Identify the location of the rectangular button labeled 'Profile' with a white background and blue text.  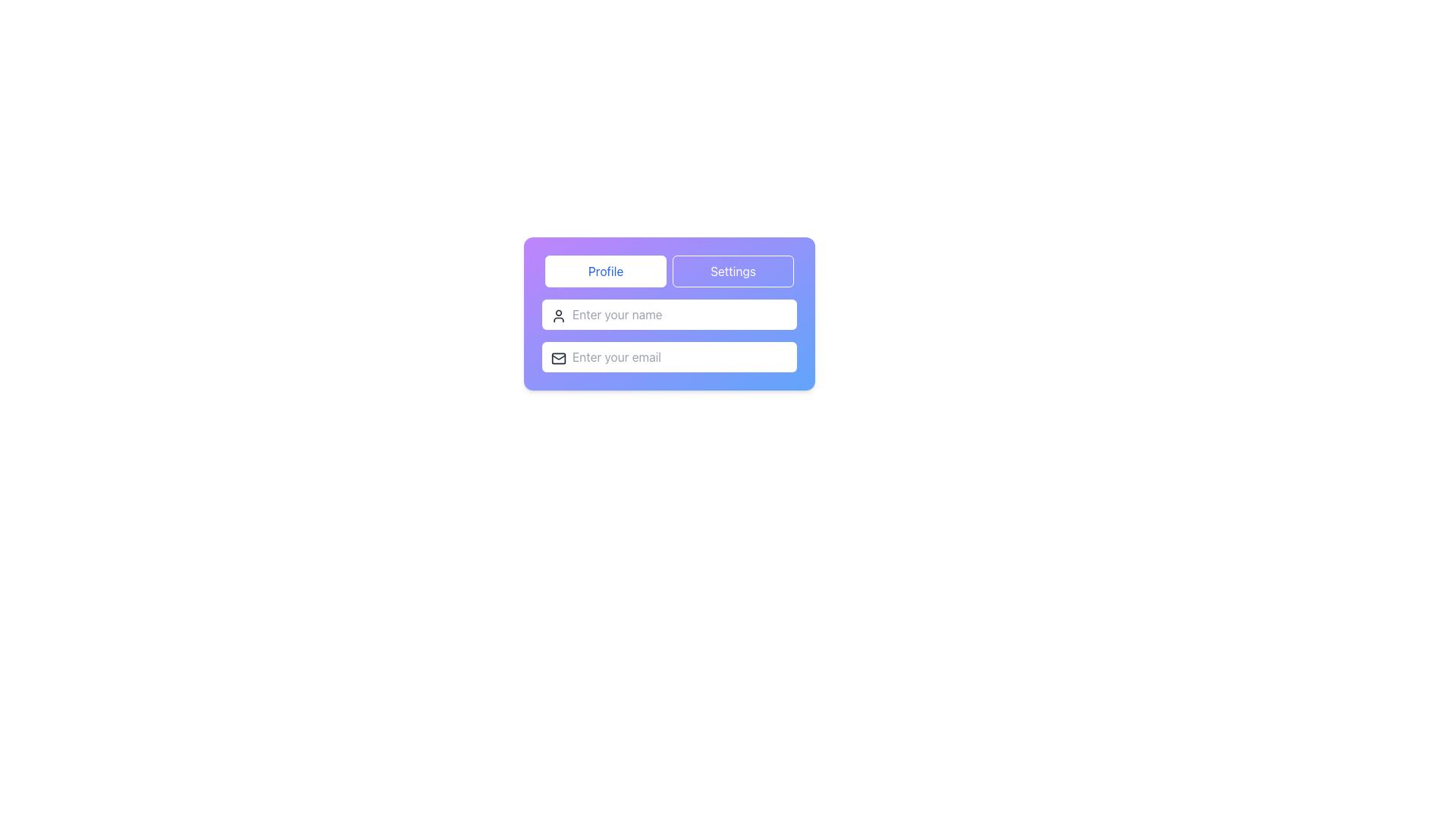
(604, 271).